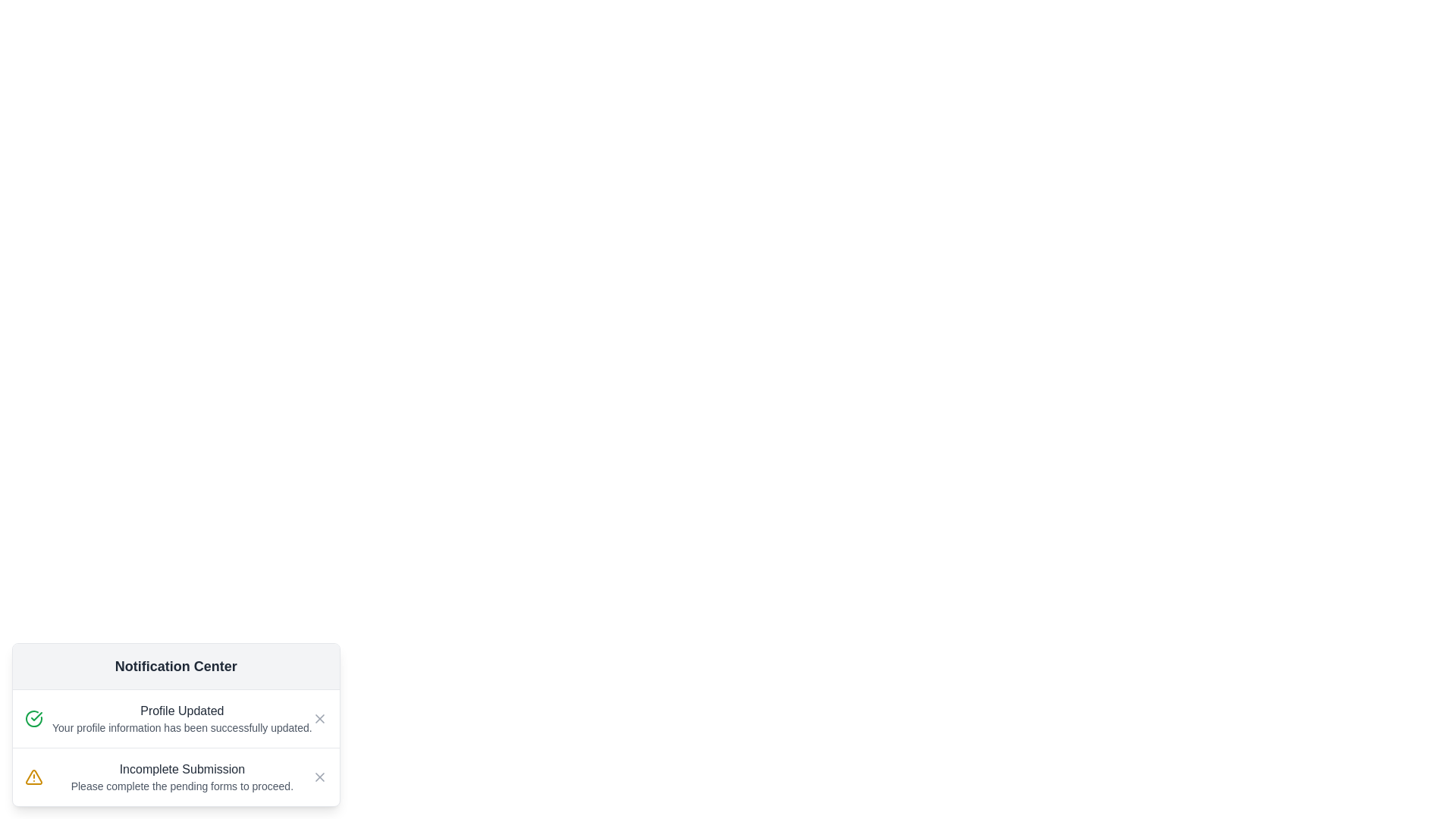 Image resolution: width=1456 pixels, height=819 pixels. Describe the element at coordinates (33, 777) in the screenshot. I see `the alert icon indicating 'Incomplete Submission' located at the bottom-left of the interface` at that location.